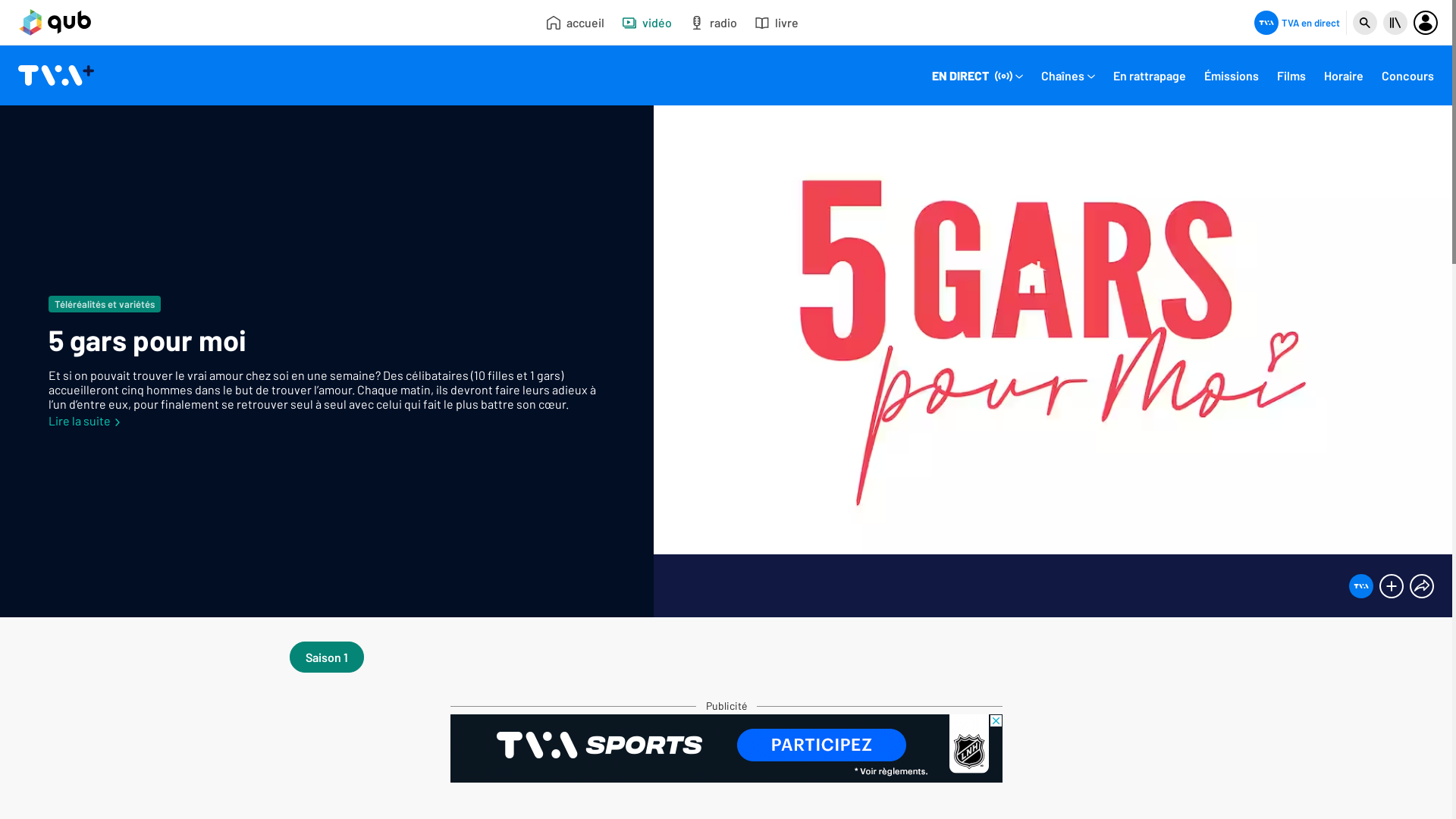  Describe the element at coordinates (83, 420) in the screenshot. I see `'Lire la suite'` at that location.